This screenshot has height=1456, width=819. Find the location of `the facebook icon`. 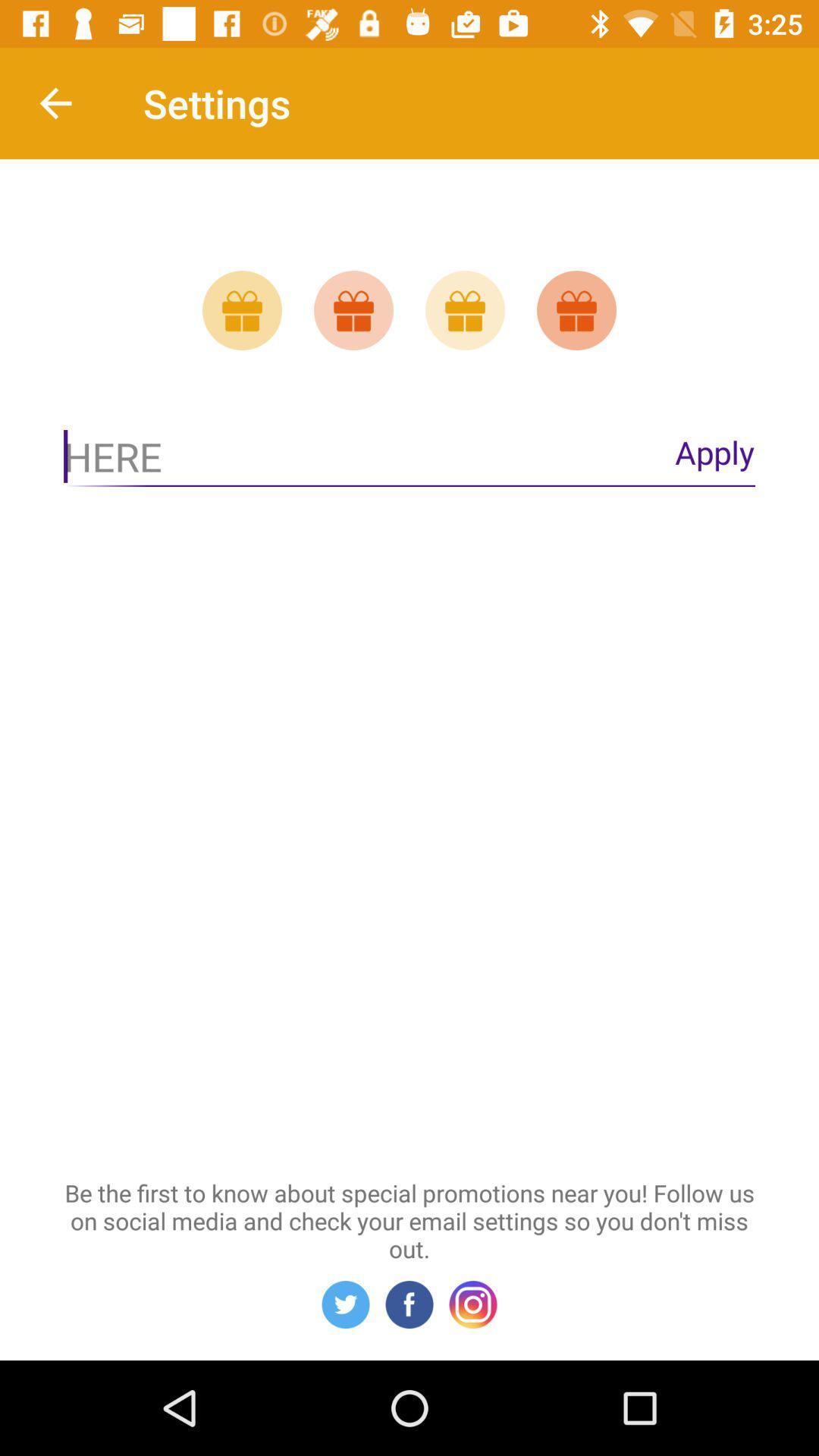

the facebook icon is located at coordinates (409, 1304).